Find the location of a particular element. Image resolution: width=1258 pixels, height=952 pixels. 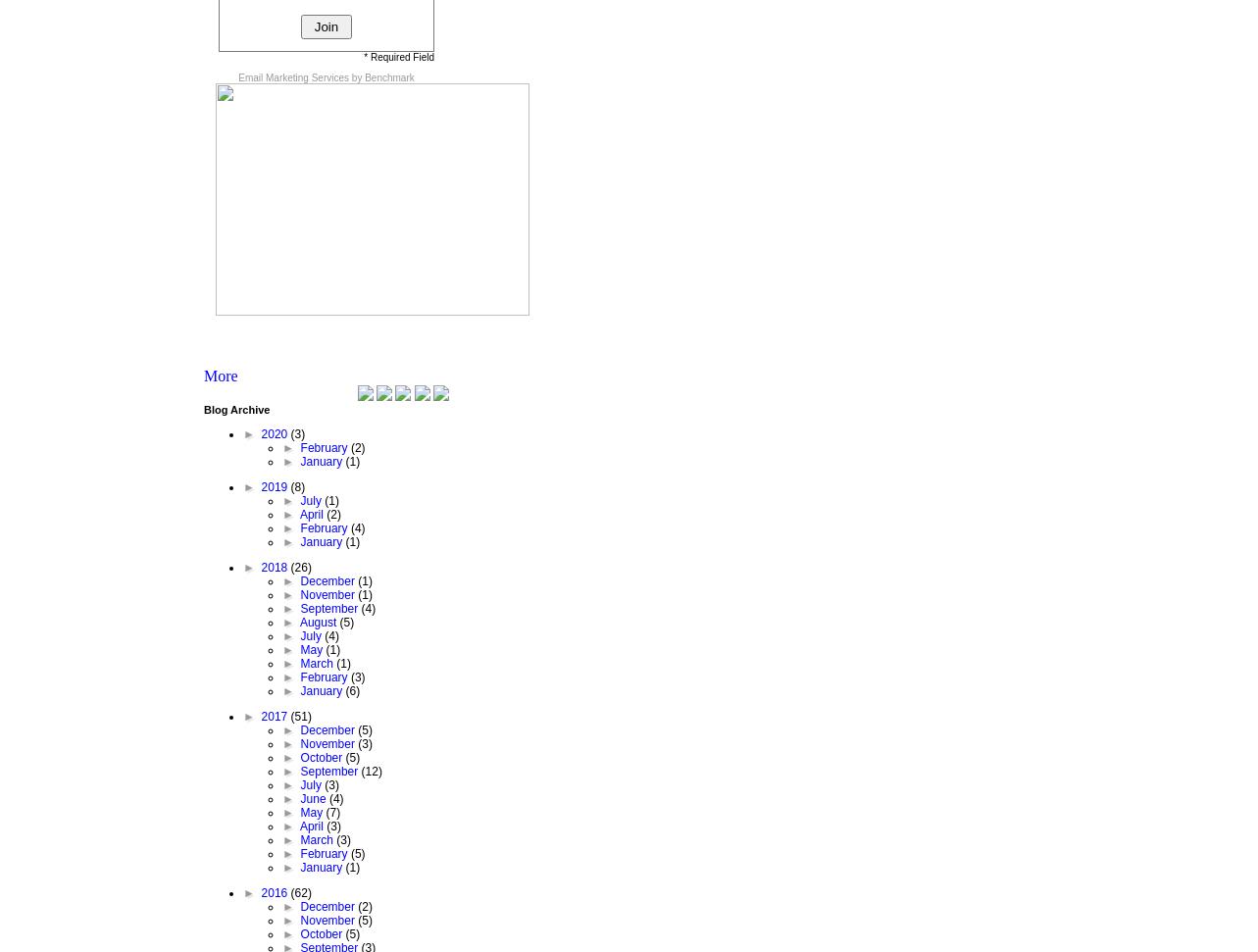

'2016' is located at coordinates (260, 892).